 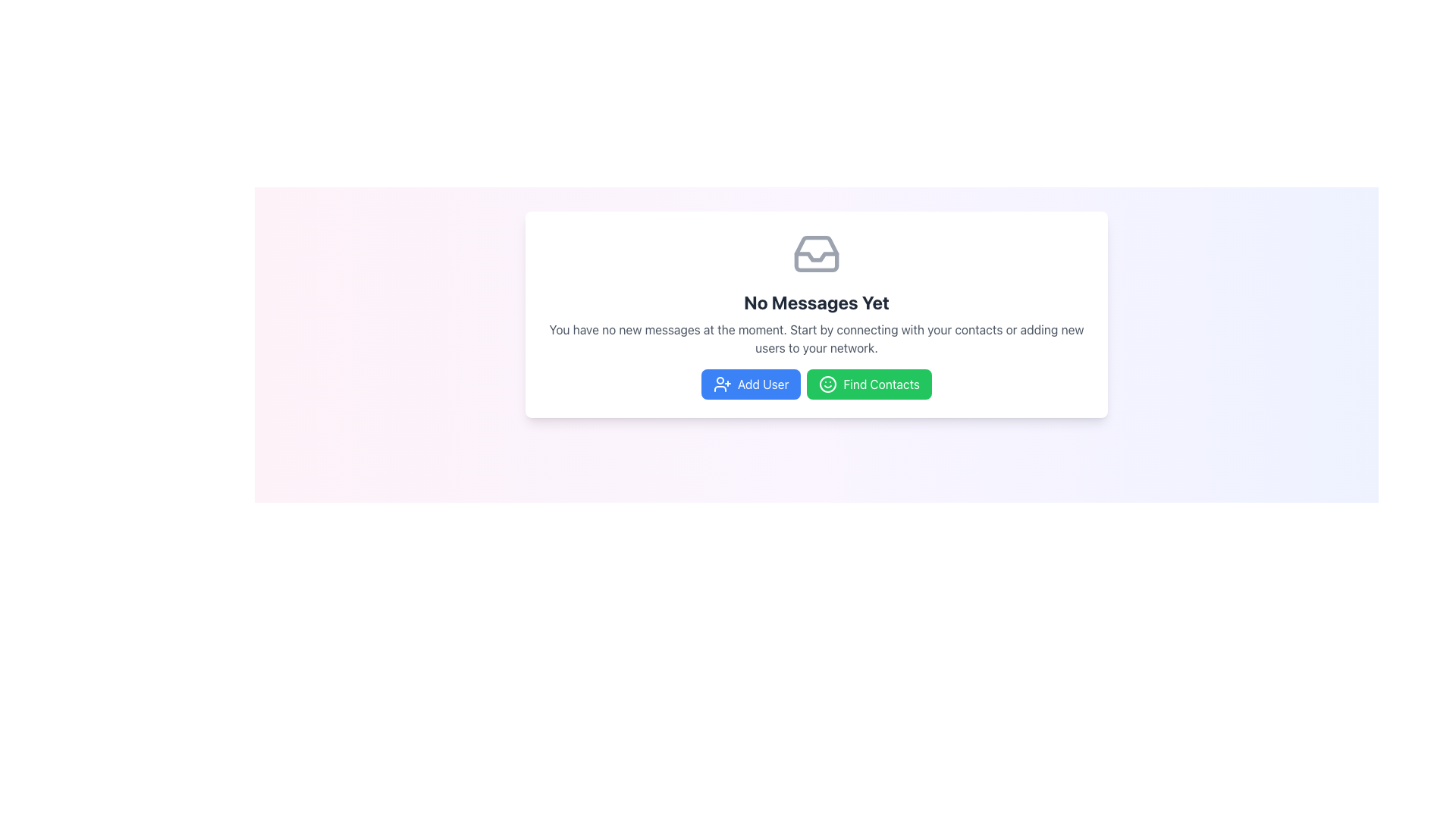 What do you see at coordinates (869, 383) in the screenshot?
I see `the 'Find Contacts' button using keyboard navigation` at bounding box center [869, 383].